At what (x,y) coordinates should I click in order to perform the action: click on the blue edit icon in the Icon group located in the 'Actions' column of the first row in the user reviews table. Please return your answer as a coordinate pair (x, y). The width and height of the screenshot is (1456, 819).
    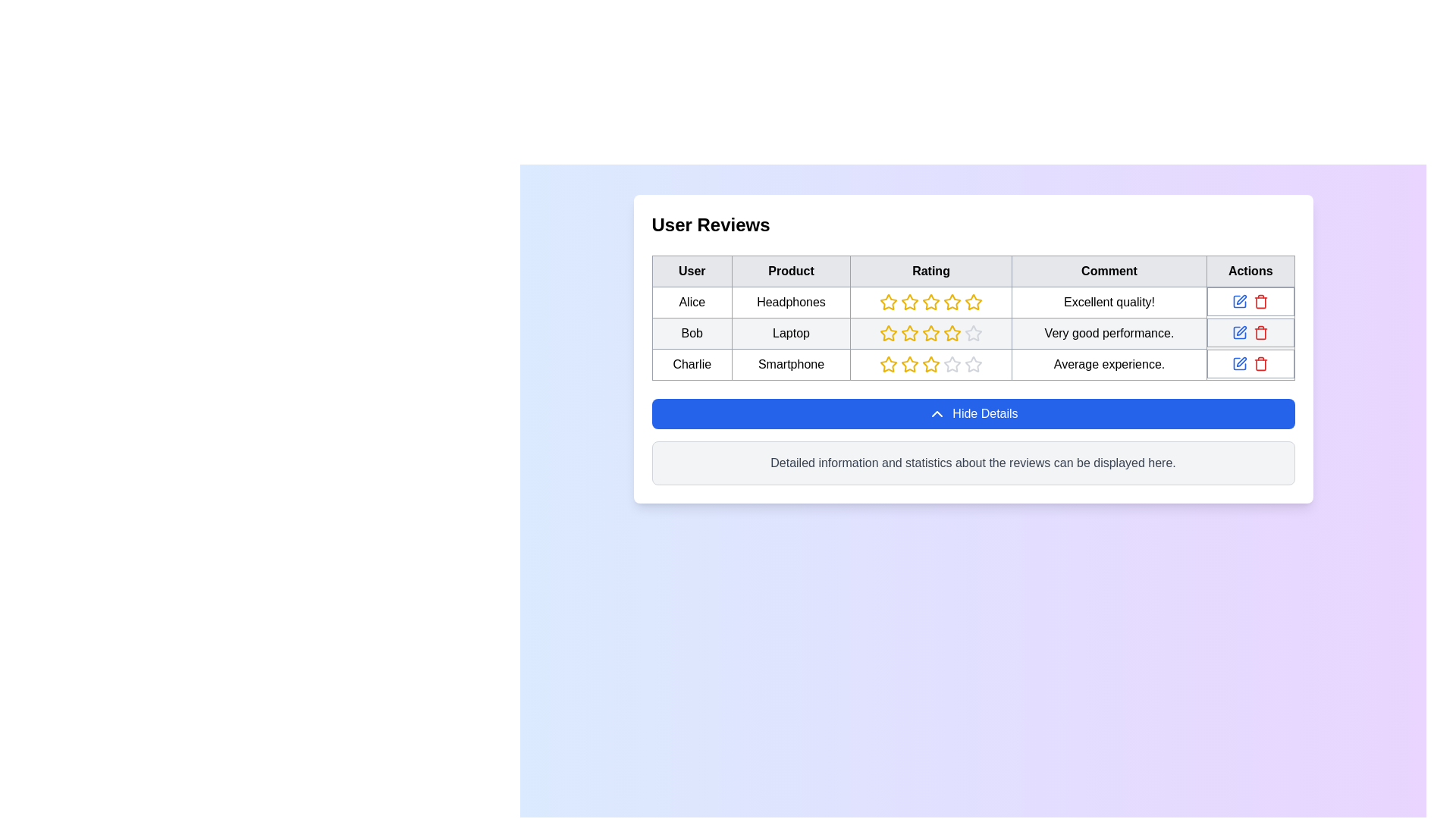
    Looking at the image, I should click on (1250, 301).